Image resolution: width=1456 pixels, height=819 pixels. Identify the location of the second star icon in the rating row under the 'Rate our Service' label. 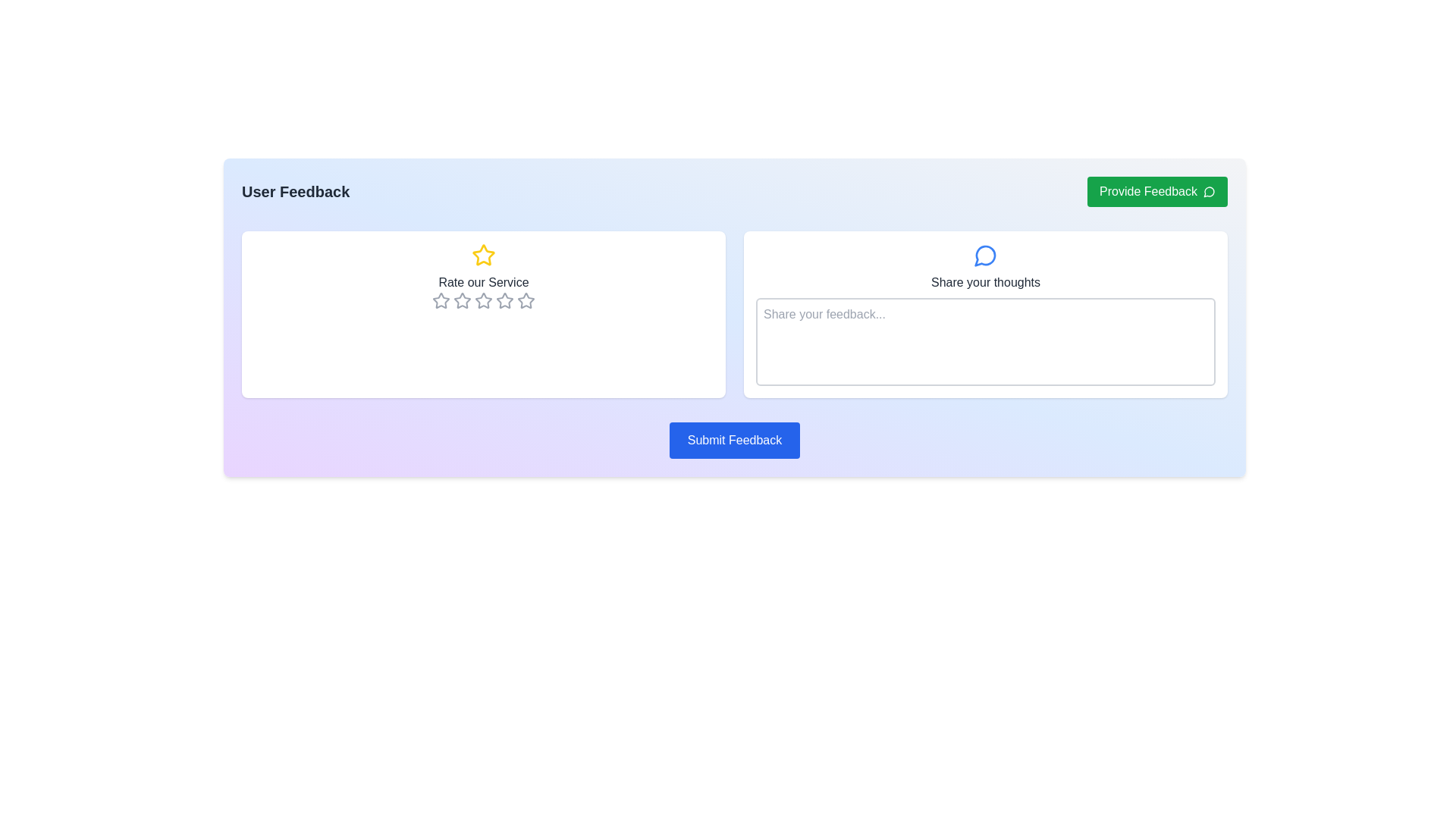
(461, 300).